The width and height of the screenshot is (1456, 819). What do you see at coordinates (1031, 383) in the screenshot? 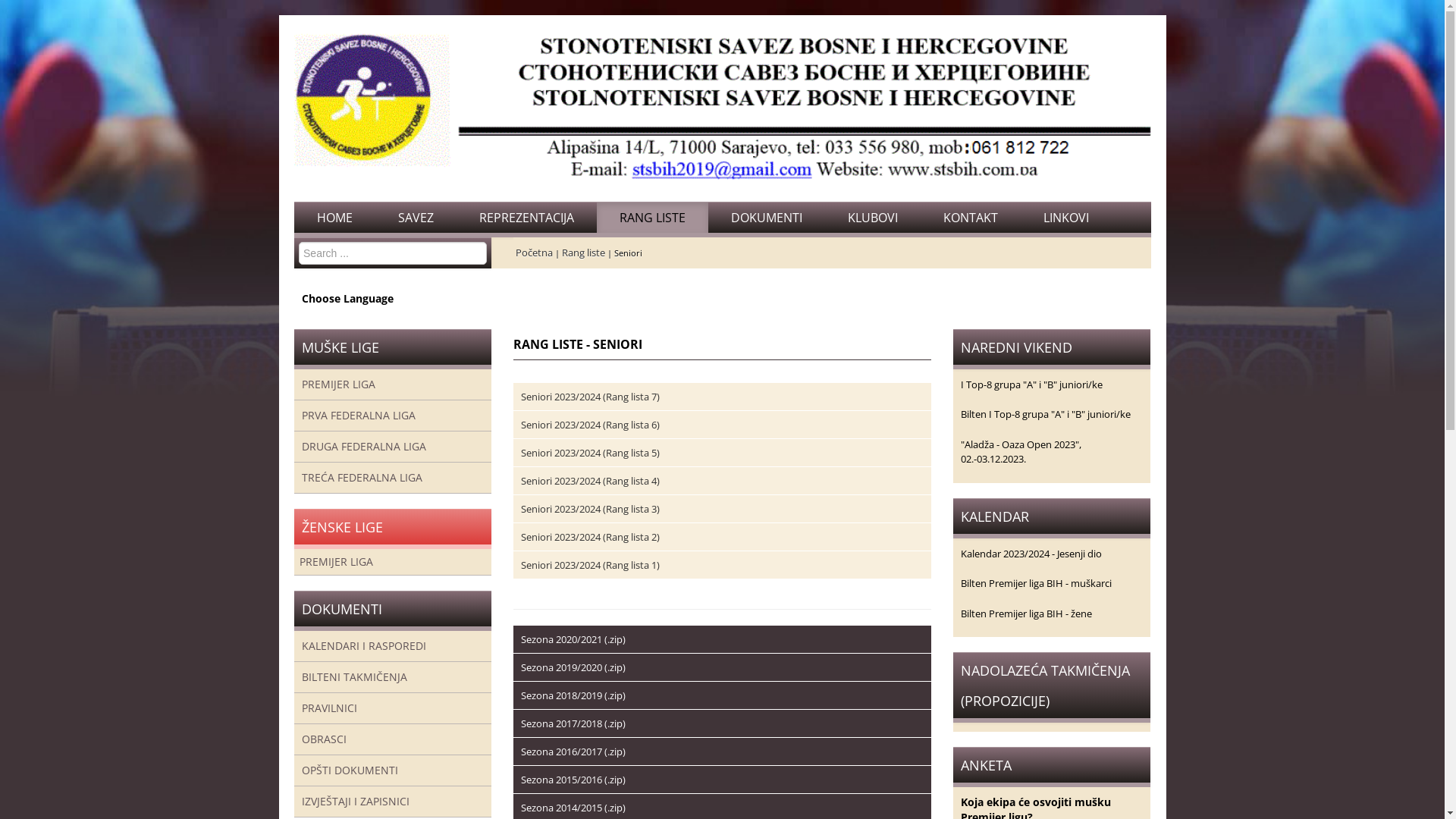
I see `'I Top-8 grupa "A" i "B" juniori/ke'` at bounding box center [1031, 383].